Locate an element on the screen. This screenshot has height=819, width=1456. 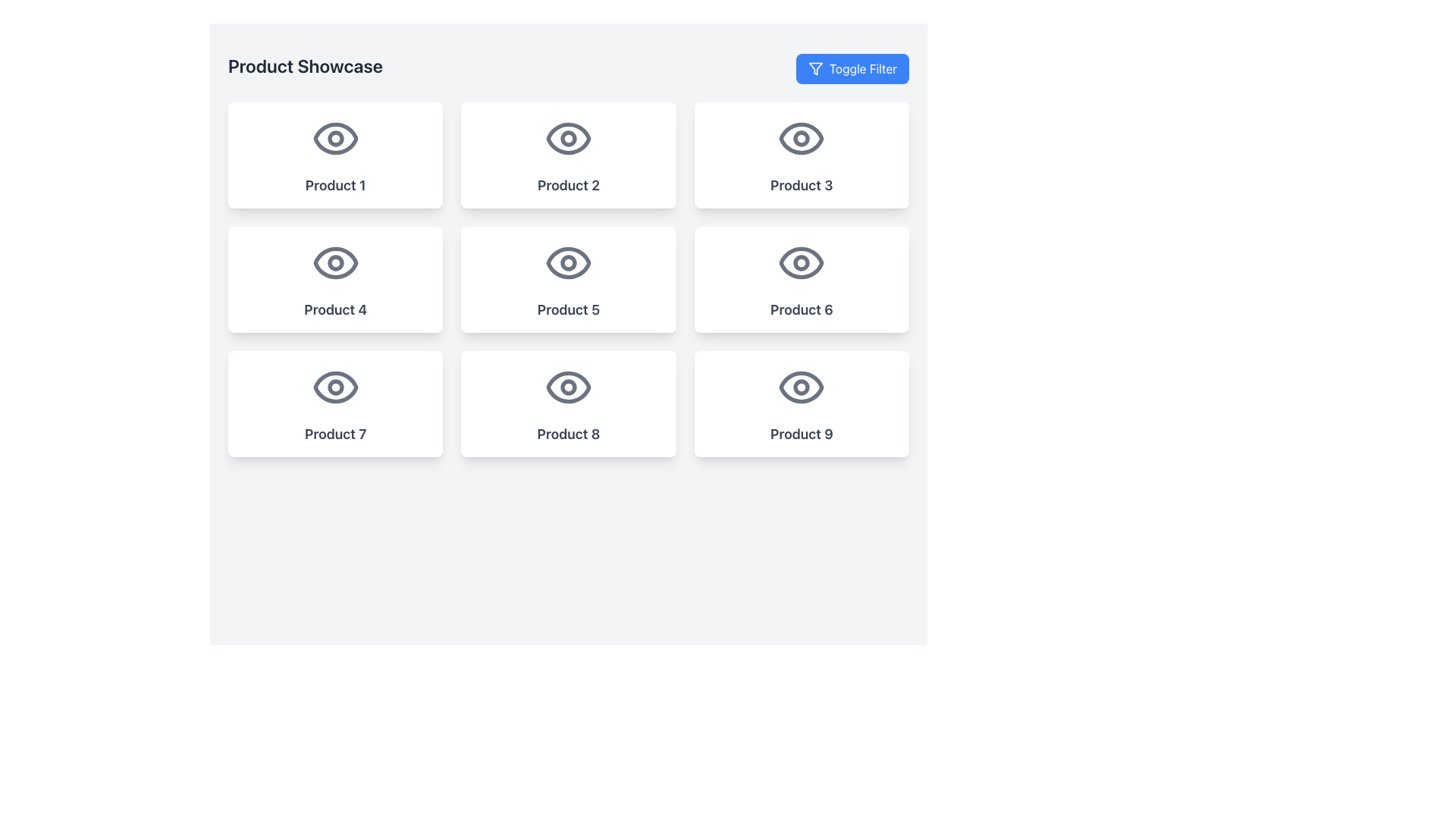
text 'Product 5' displayed in bold gray font at the bottom of the second card in the second row of a 3x3 grid layout is located at coordinates (567, 309).